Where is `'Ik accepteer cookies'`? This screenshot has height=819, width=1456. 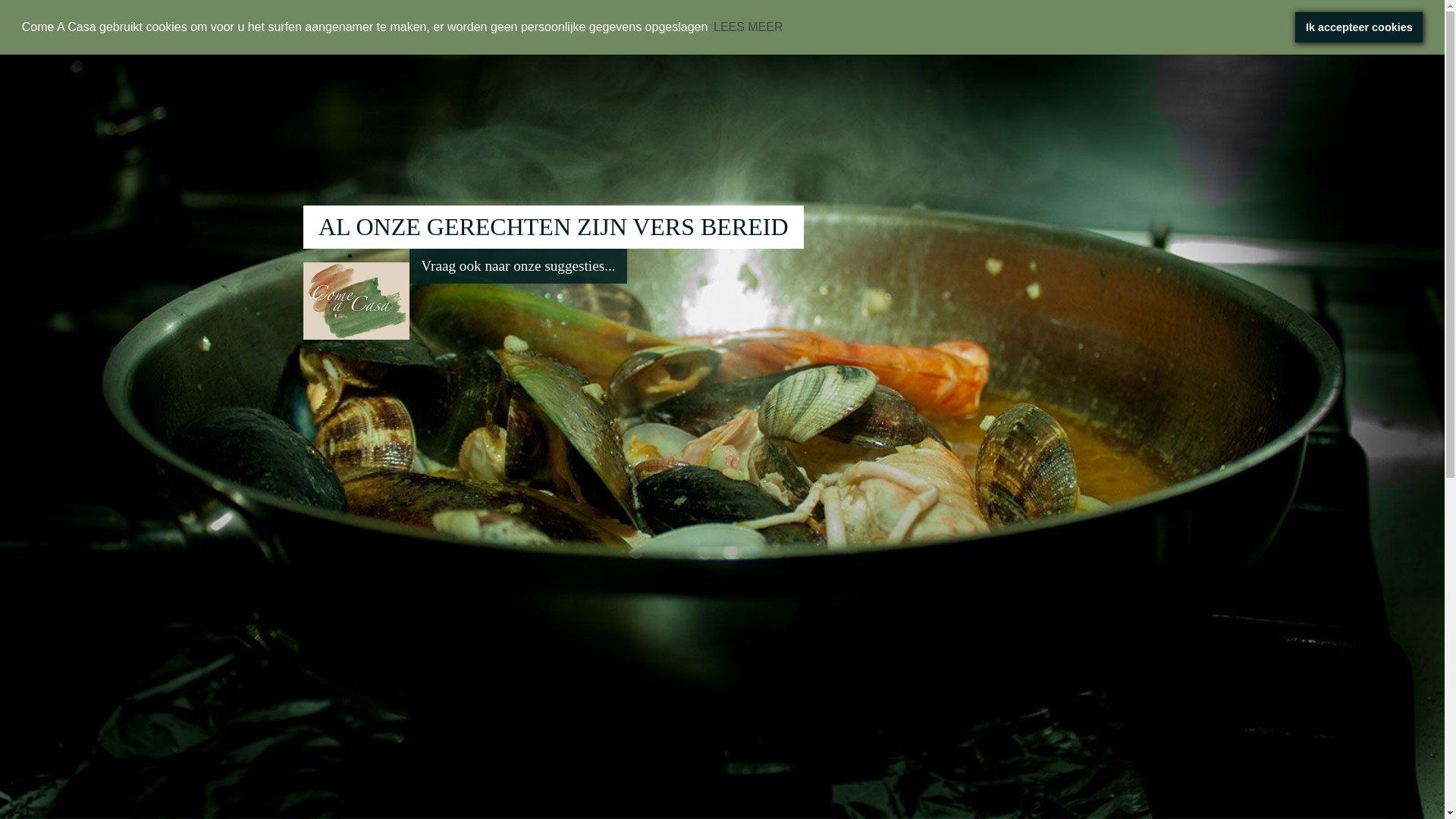 'Ik accepteer cookies' is located at coordinates (1294, 27).